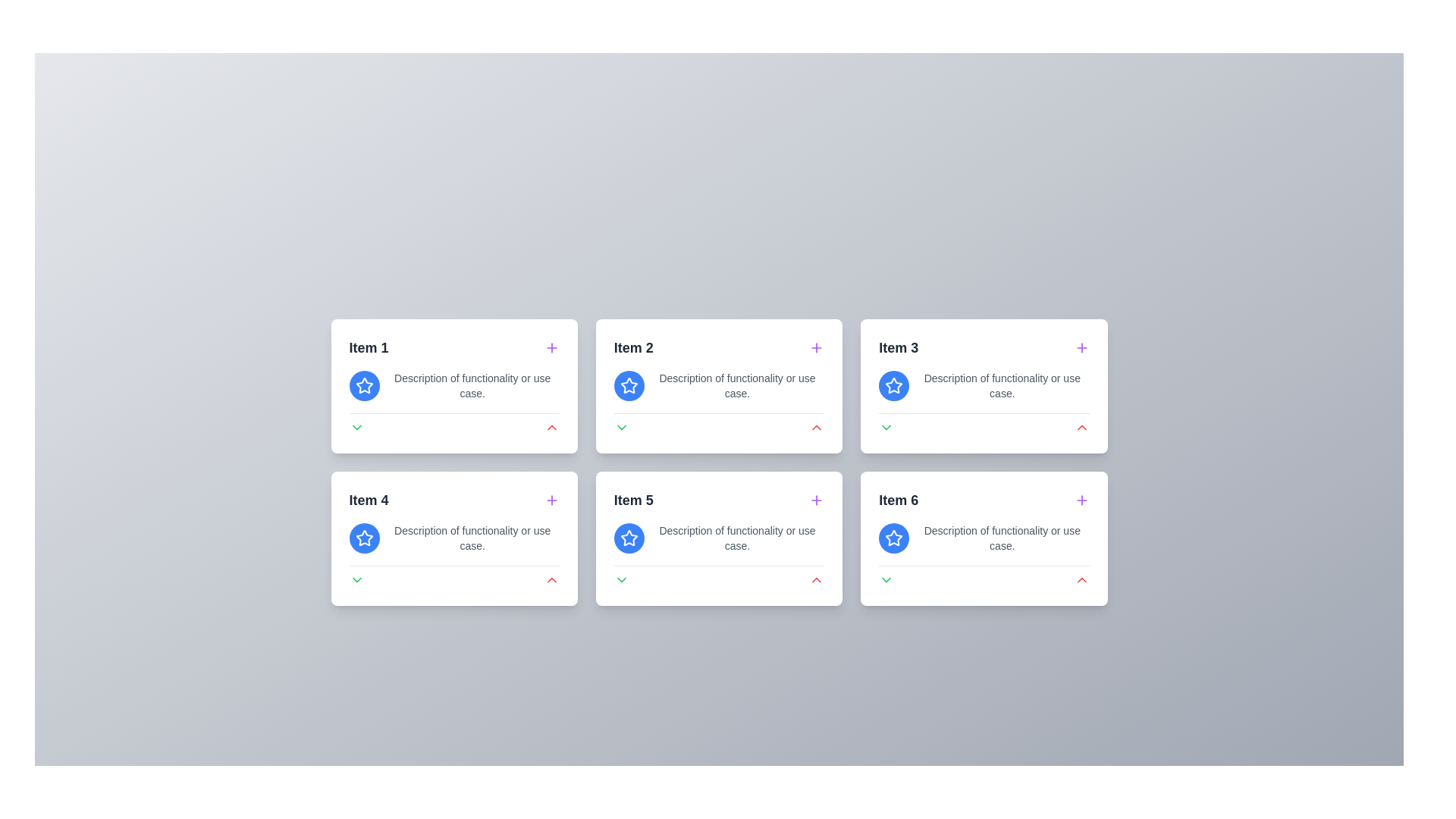 This screenshot has width=1456, height=819. I want to click on the text label that displays 'Description of functionality or use case.' located in the second card of the top row, centered below a blue circular icon with a white star symbol, so click(737, 385).